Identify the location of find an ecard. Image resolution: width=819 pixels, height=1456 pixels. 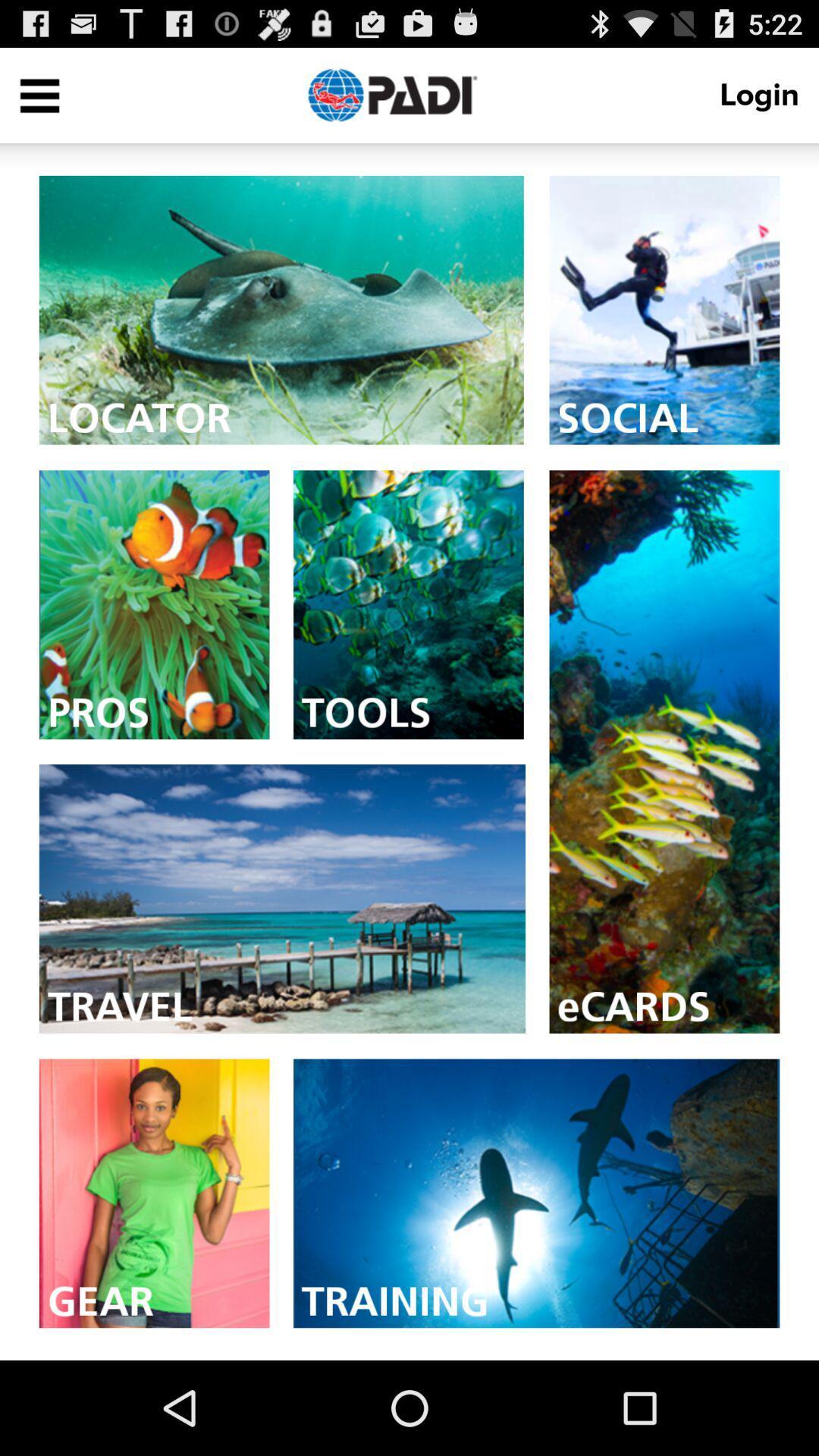
(664, 752).